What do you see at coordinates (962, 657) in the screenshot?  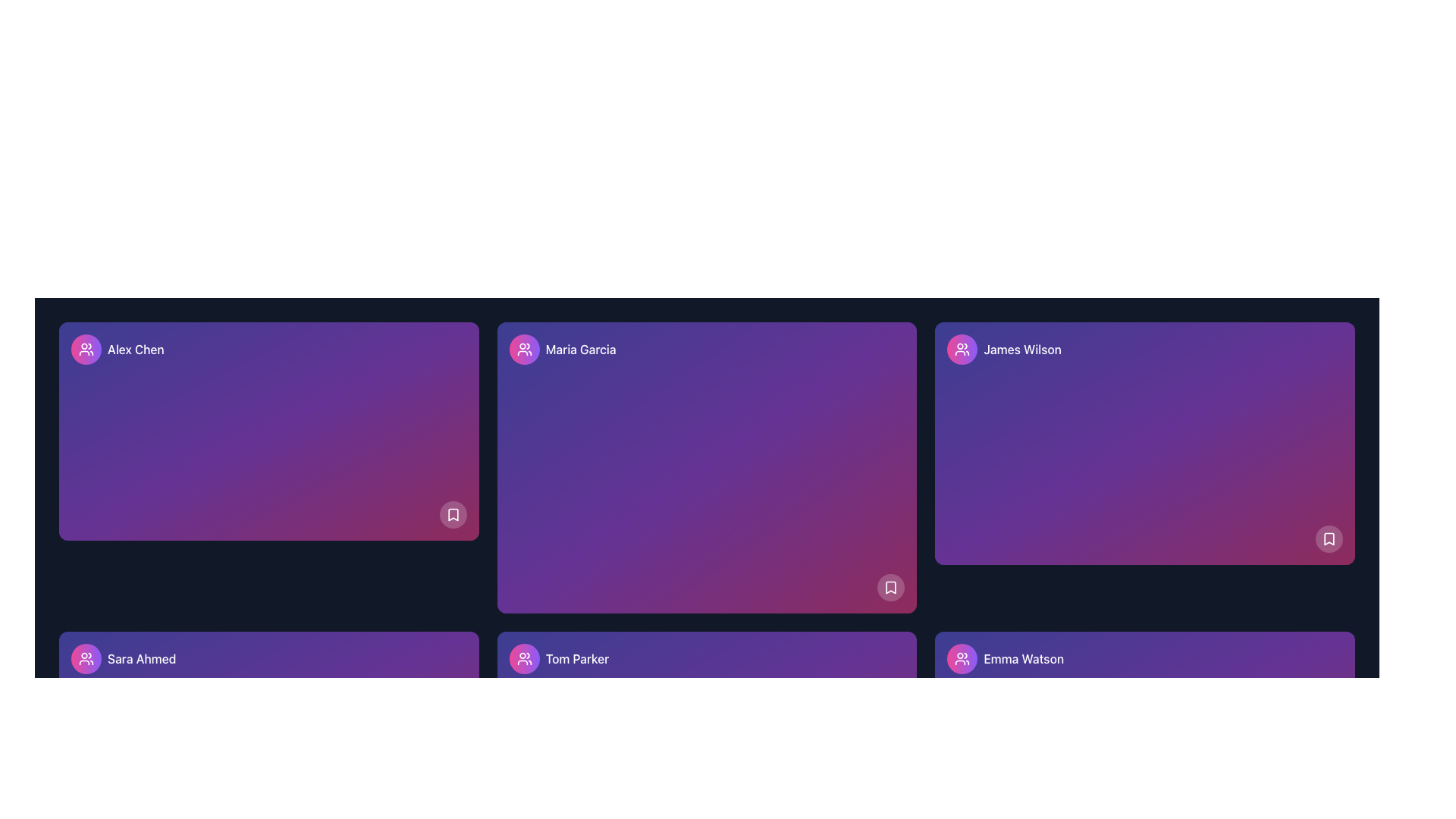 I see `the user groups icon located at the top-left corner of a rectangular card in a multi-row grid layout` at bounding box center [962, 657].